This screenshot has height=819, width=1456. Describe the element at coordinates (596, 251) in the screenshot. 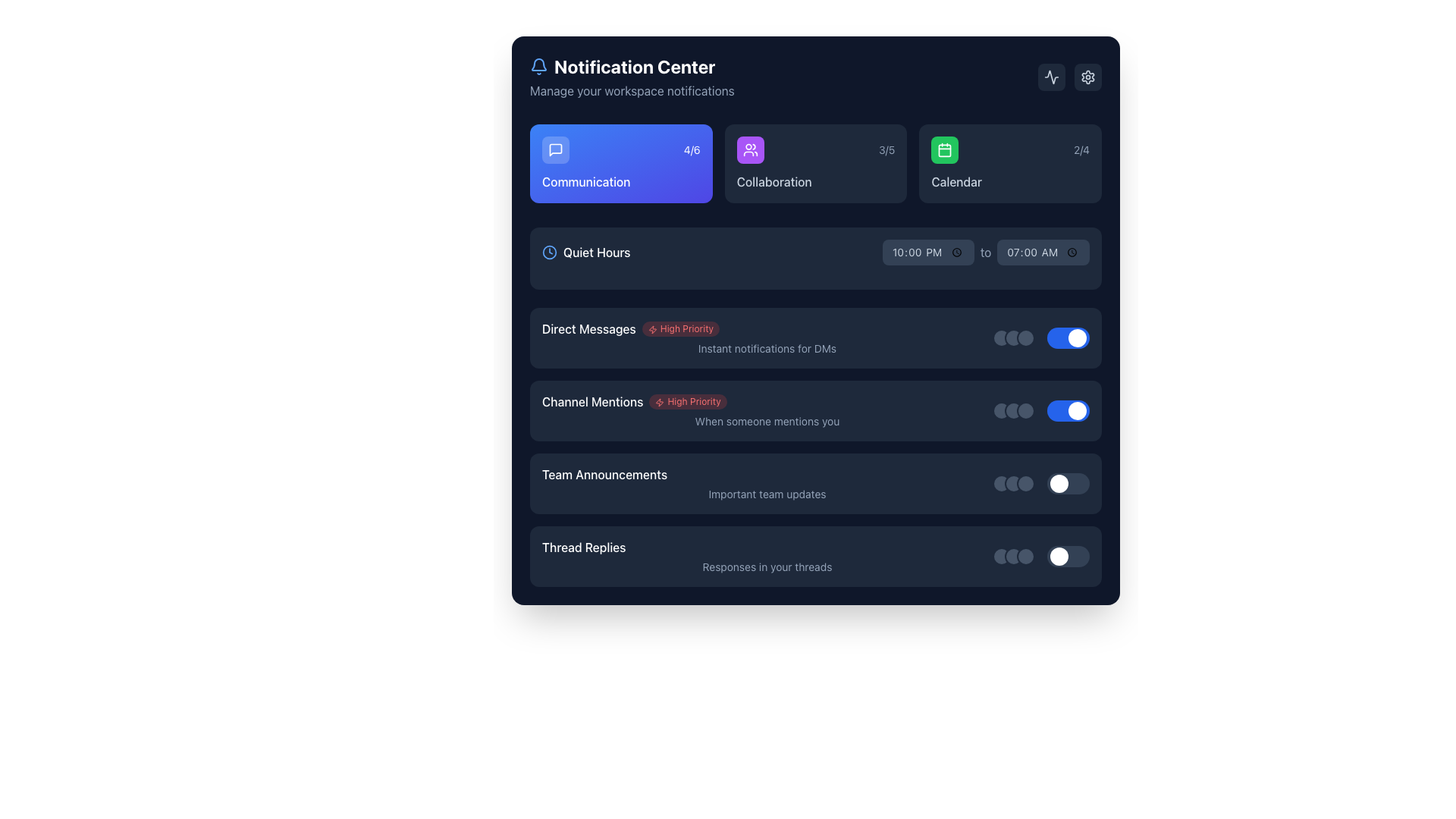

I see `the 'Quiet Hours' text label, which is styled with a medium-weight font and white text color against a dark background, located in the Notification Center under the Communication tab` at that location.